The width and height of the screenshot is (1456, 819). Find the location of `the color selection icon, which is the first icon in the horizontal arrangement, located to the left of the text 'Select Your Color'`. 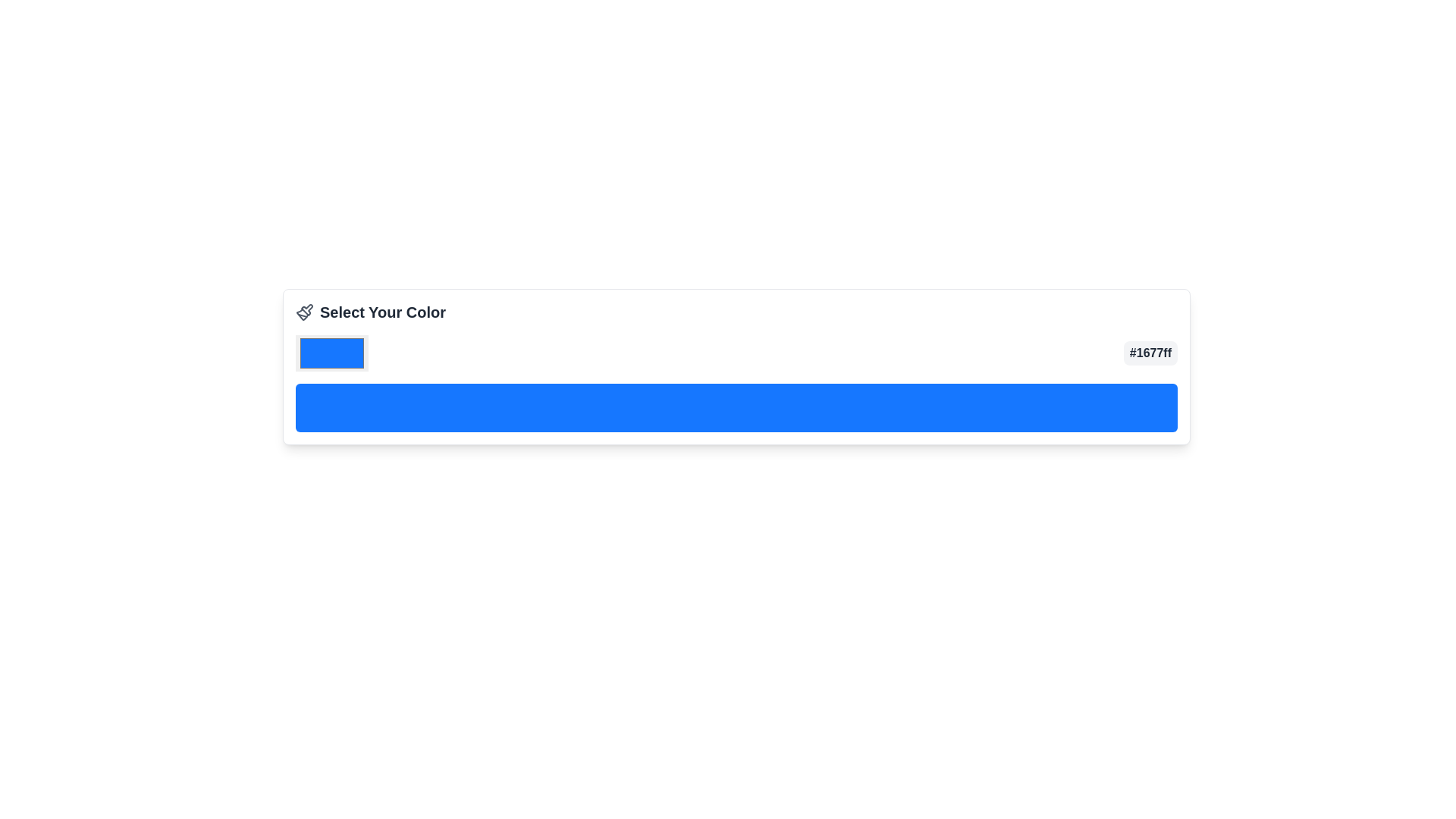

the color selection icon, which is the first icon in the horizontal arrangement, located to the left of the text 'Select Your Color' is located at coordinates (304, 312).